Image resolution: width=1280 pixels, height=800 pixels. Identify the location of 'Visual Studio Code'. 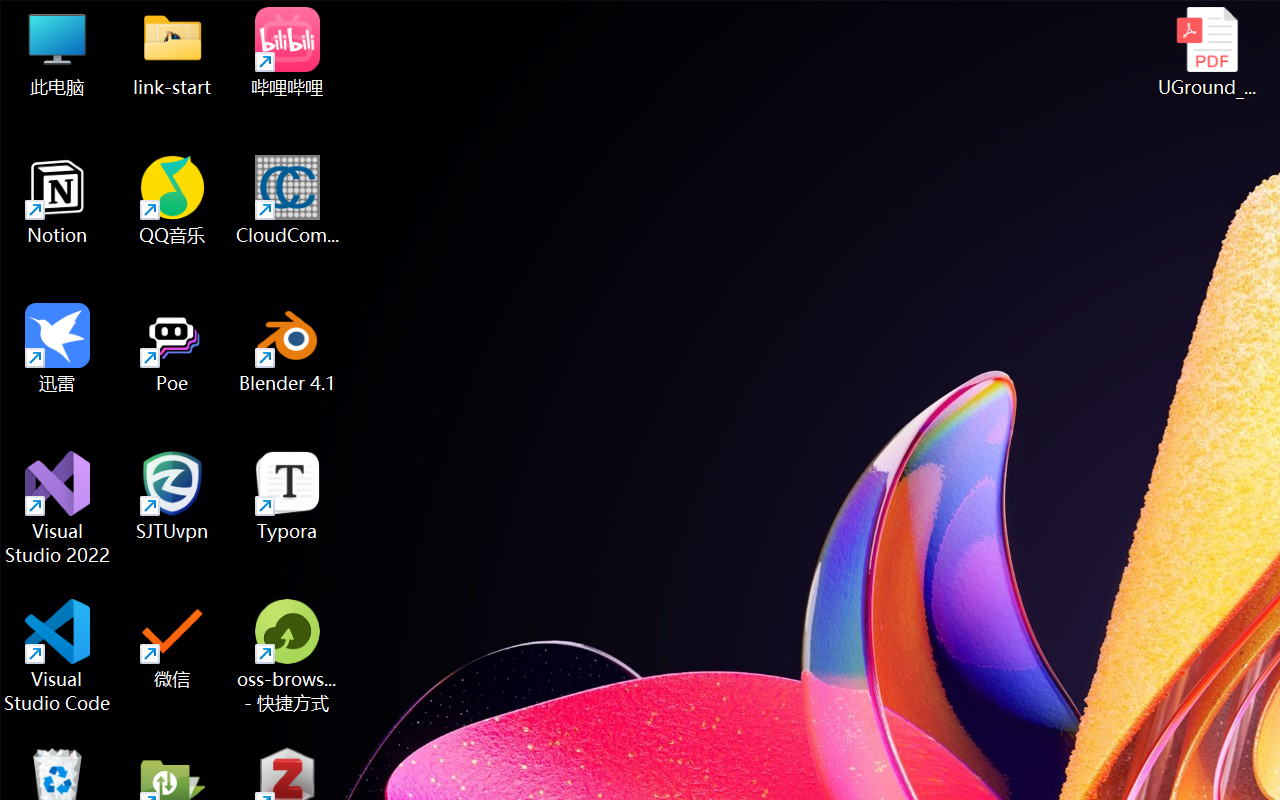
(57, 655).